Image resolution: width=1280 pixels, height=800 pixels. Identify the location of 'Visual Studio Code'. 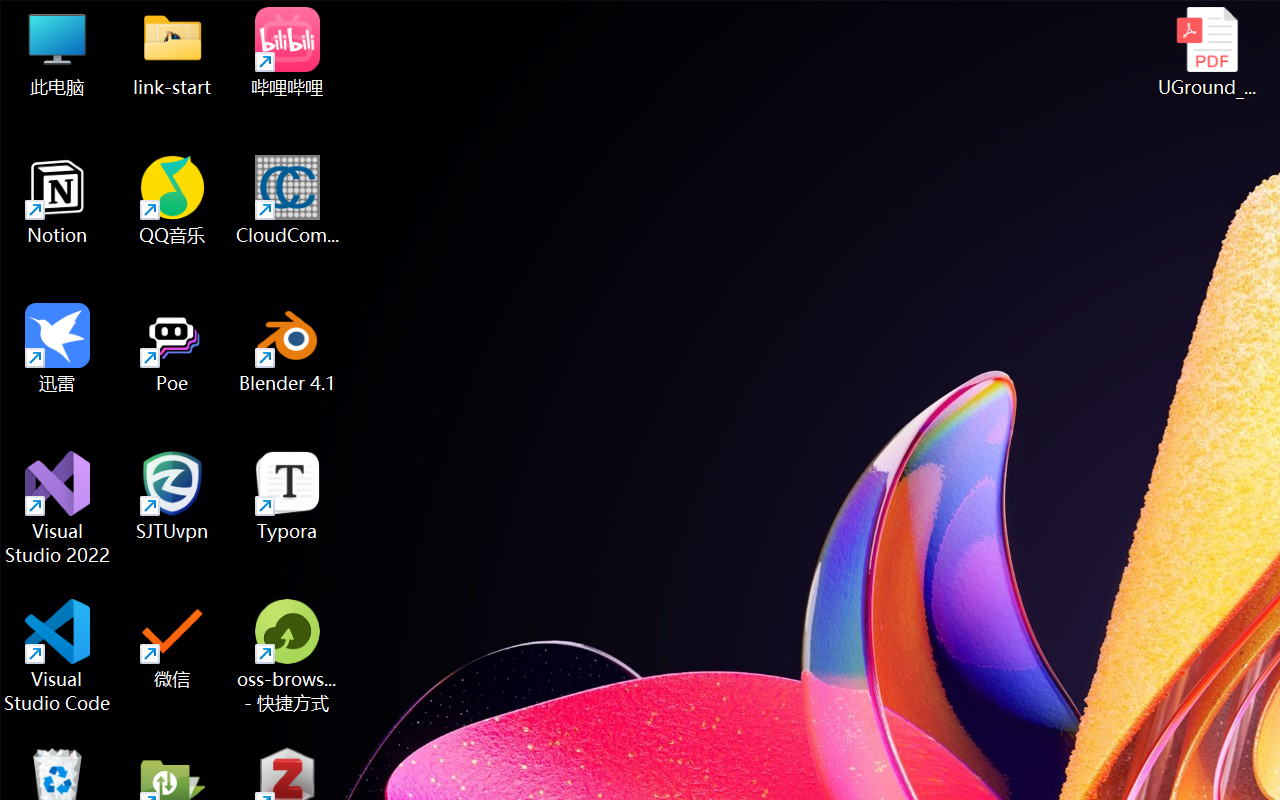
(57, 655).